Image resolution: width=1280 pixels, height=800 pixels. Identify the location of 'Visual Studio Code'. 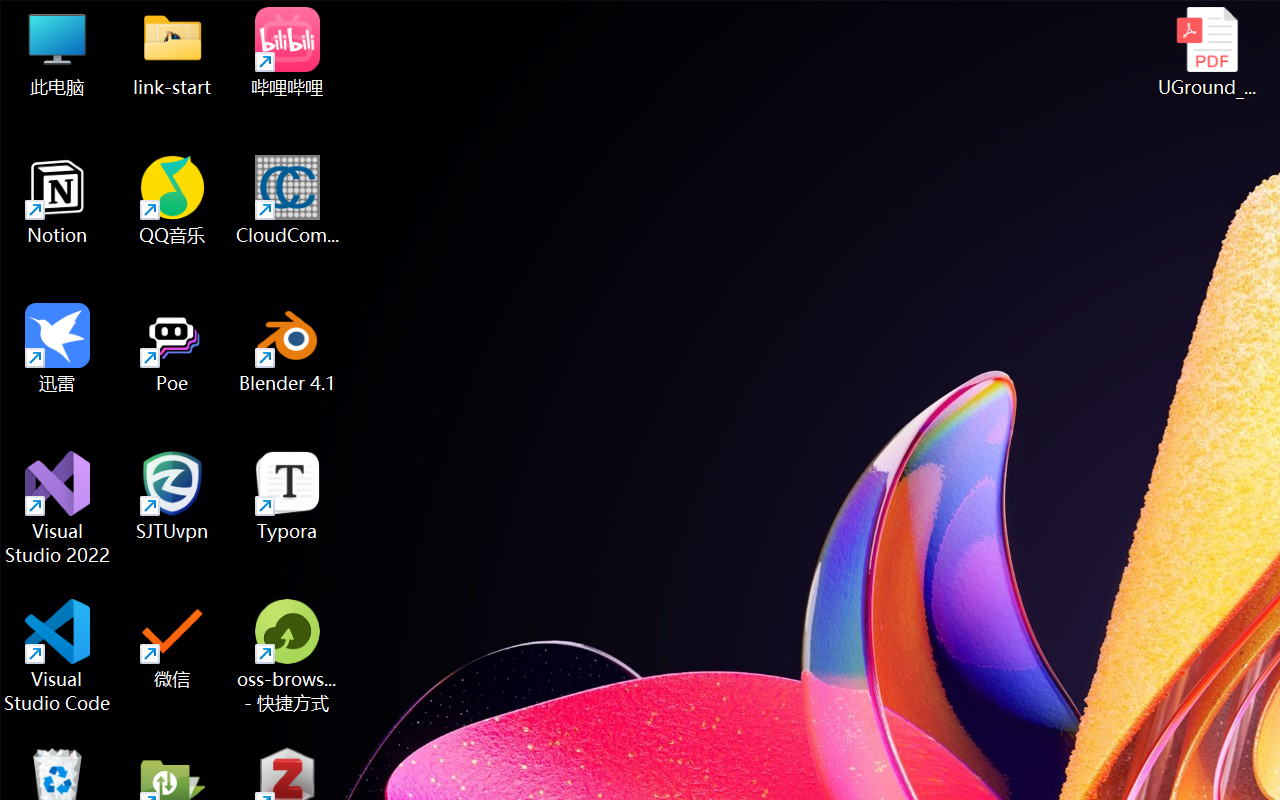
(57, 655).